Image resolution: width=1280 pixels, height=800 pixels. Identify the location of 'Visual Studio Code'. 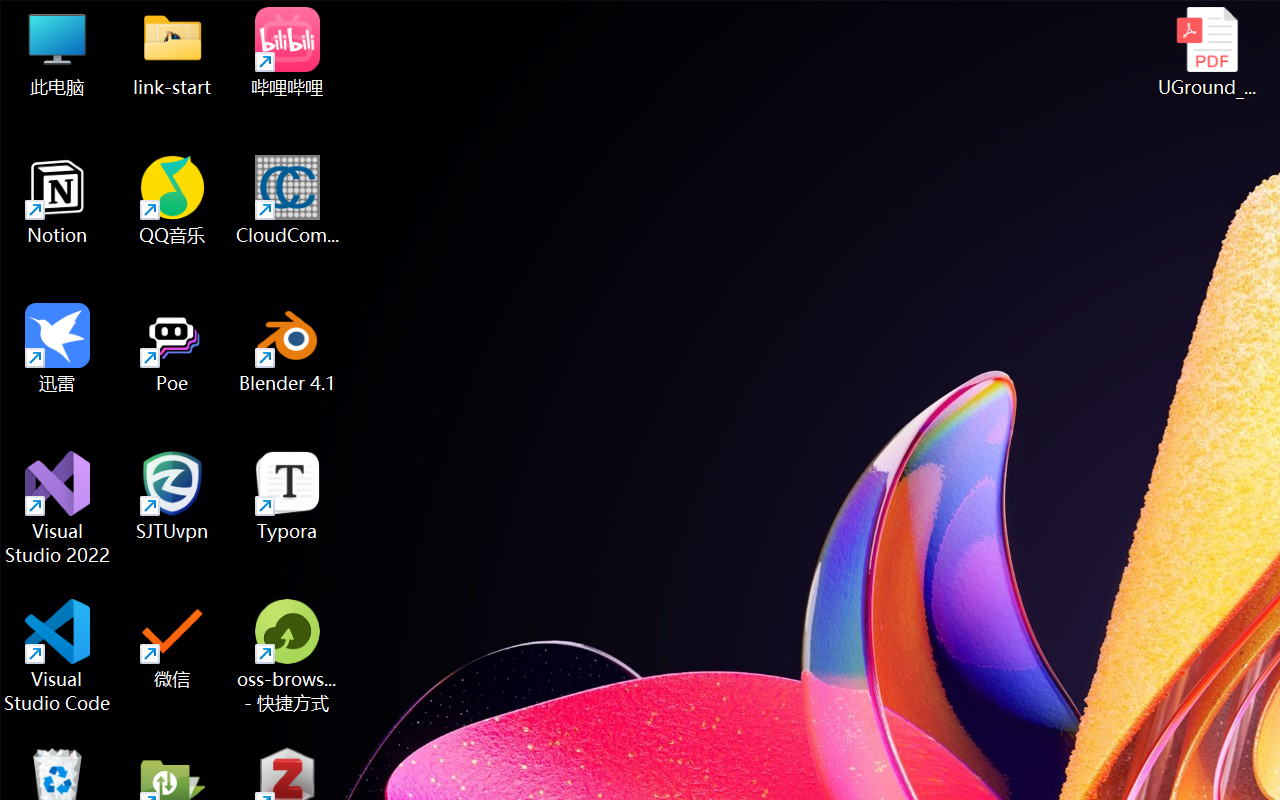
(57, 655).